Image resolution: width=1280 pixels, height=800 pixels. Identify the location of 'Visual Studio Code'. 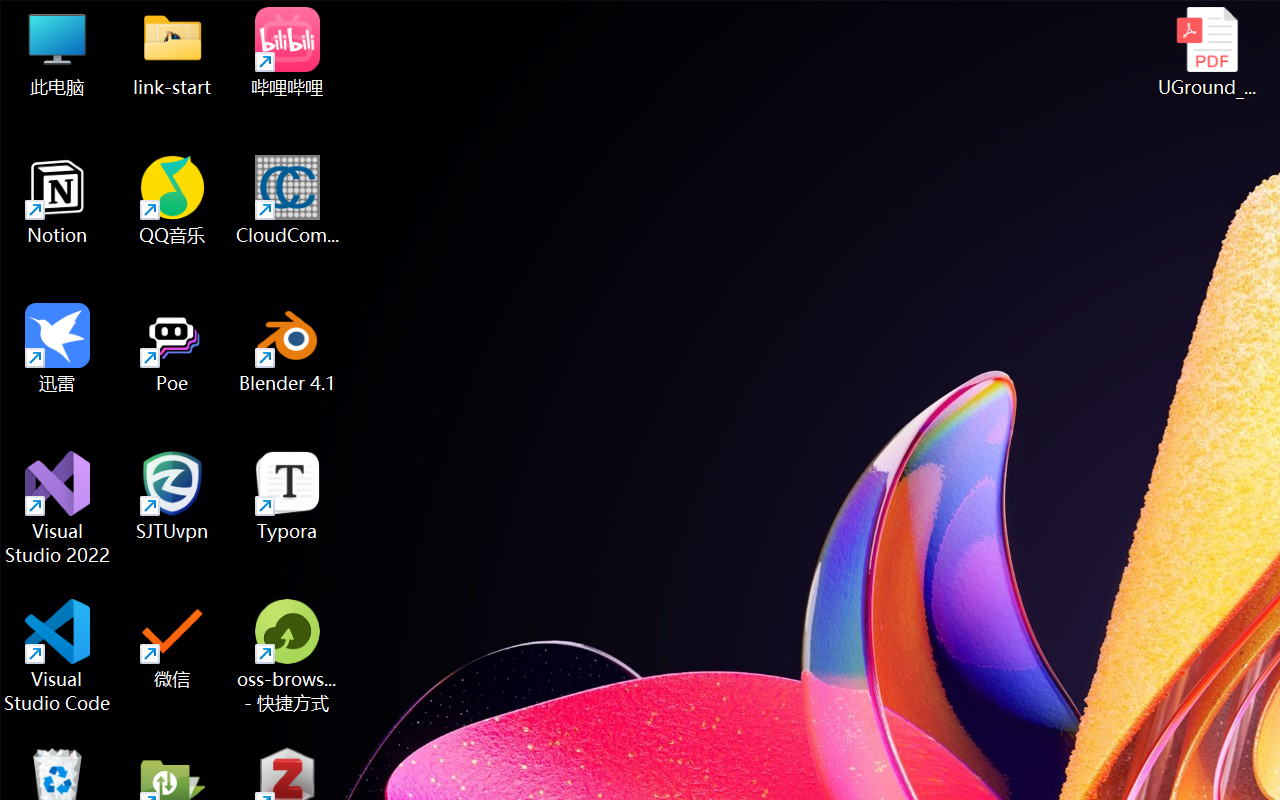
(57, 655).